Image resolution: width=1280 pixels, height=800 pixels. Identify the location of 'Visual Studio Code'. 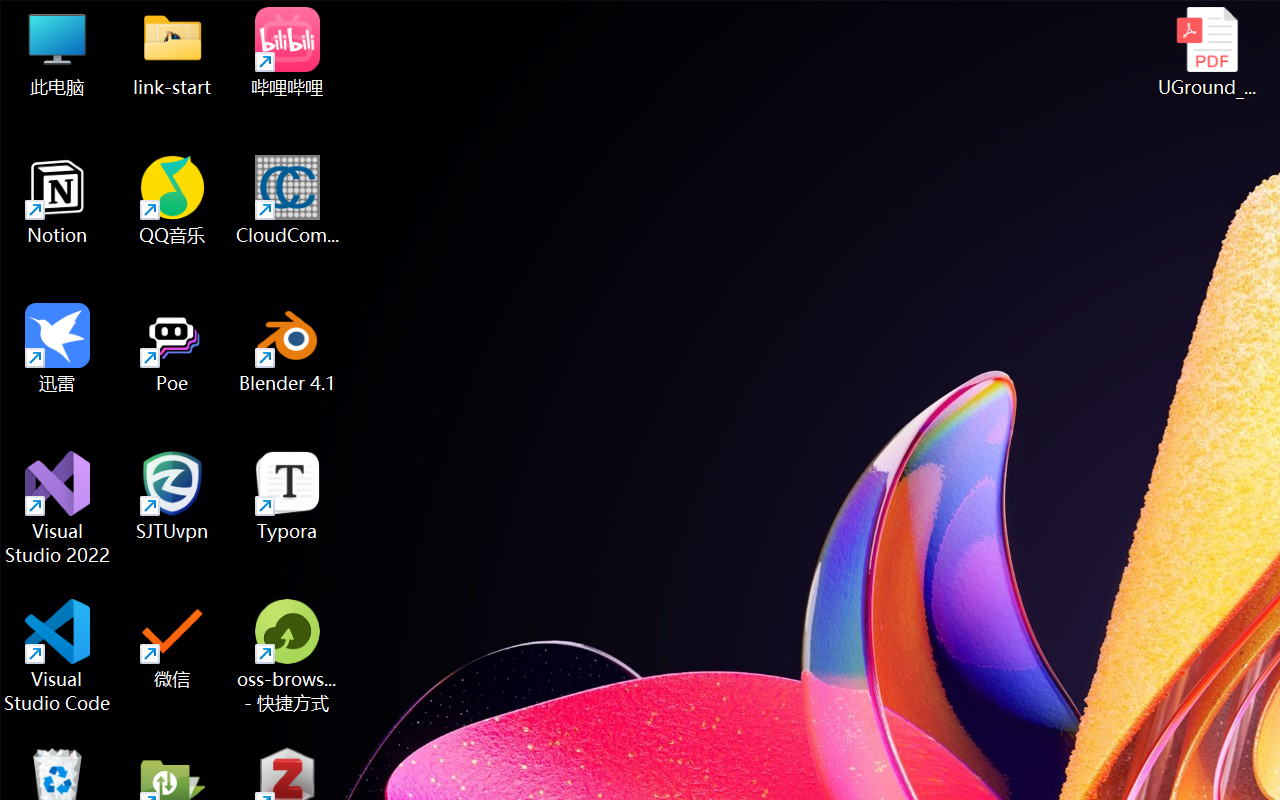
(57, 655).